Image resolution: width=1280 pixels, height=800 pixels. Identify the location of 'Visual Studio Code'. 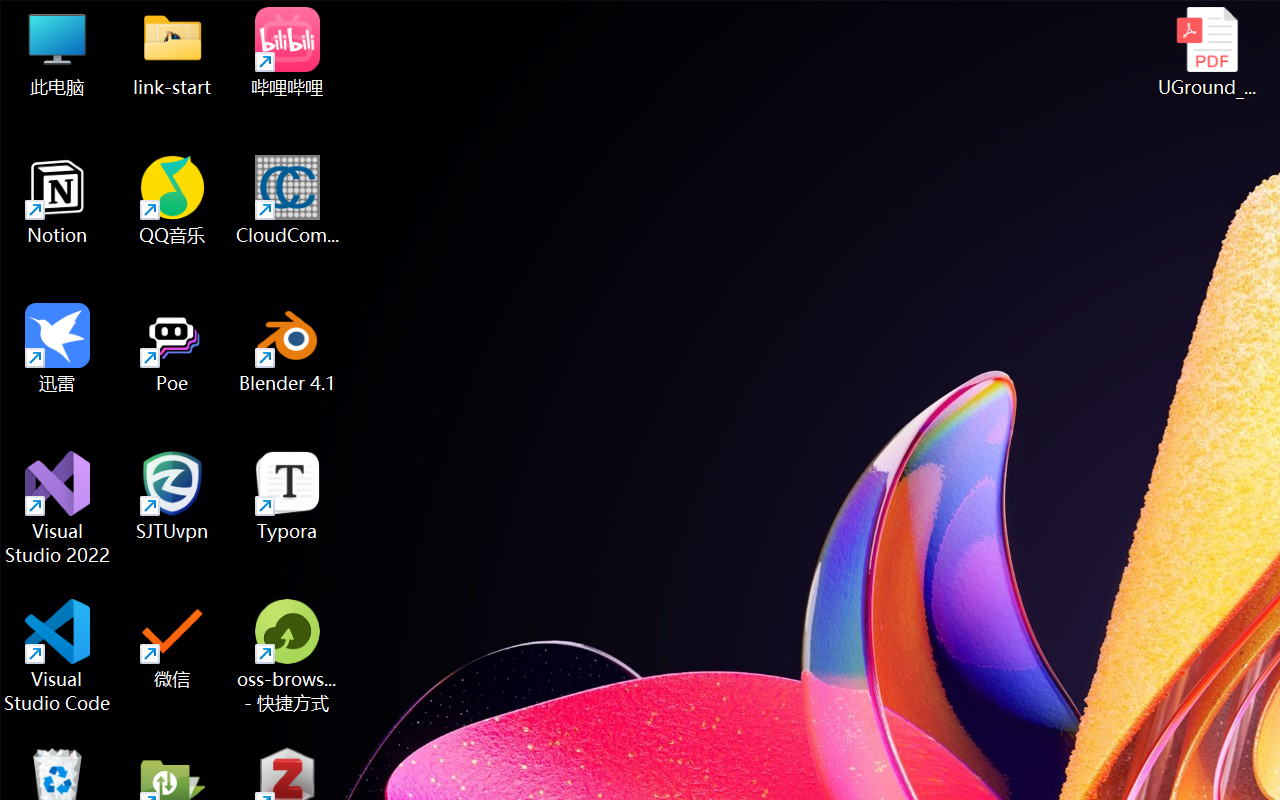
(57, 655).